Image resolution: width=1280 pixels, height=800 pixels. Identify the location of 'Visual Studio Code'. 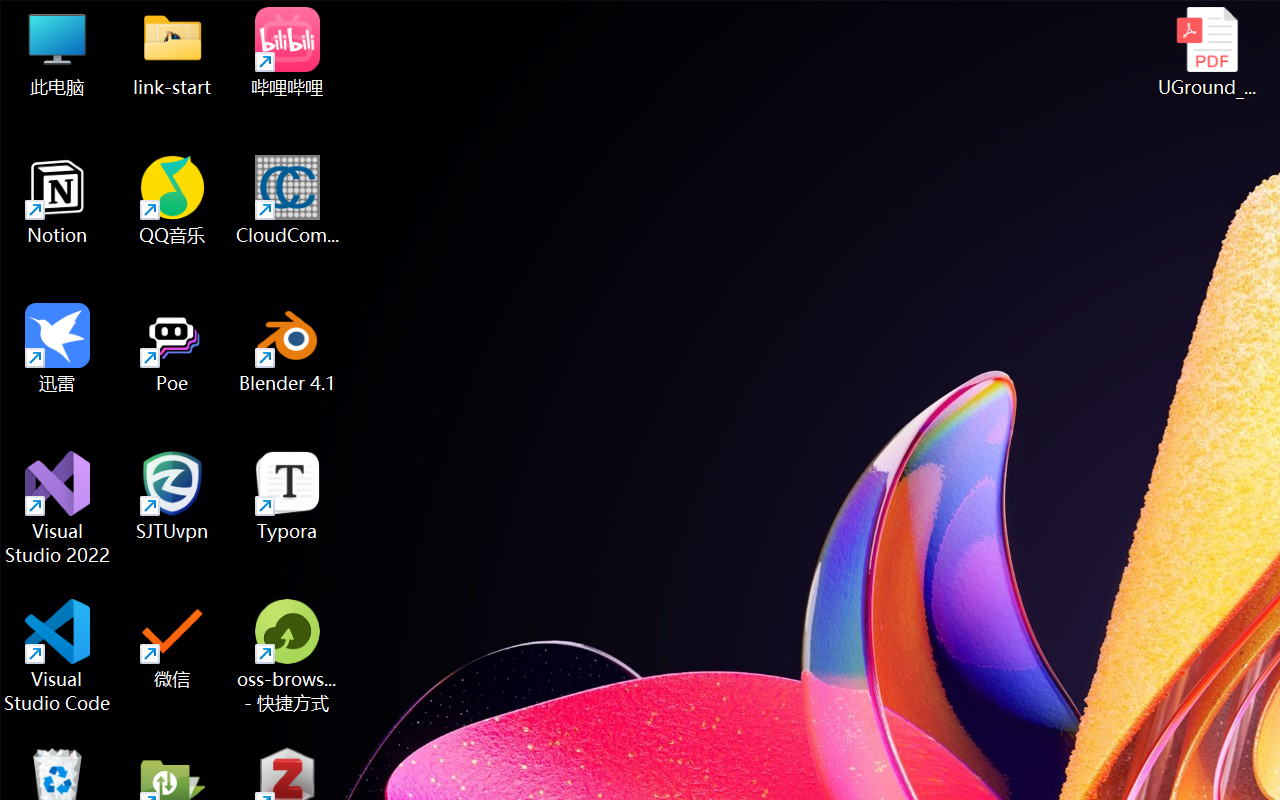
(57, 655).